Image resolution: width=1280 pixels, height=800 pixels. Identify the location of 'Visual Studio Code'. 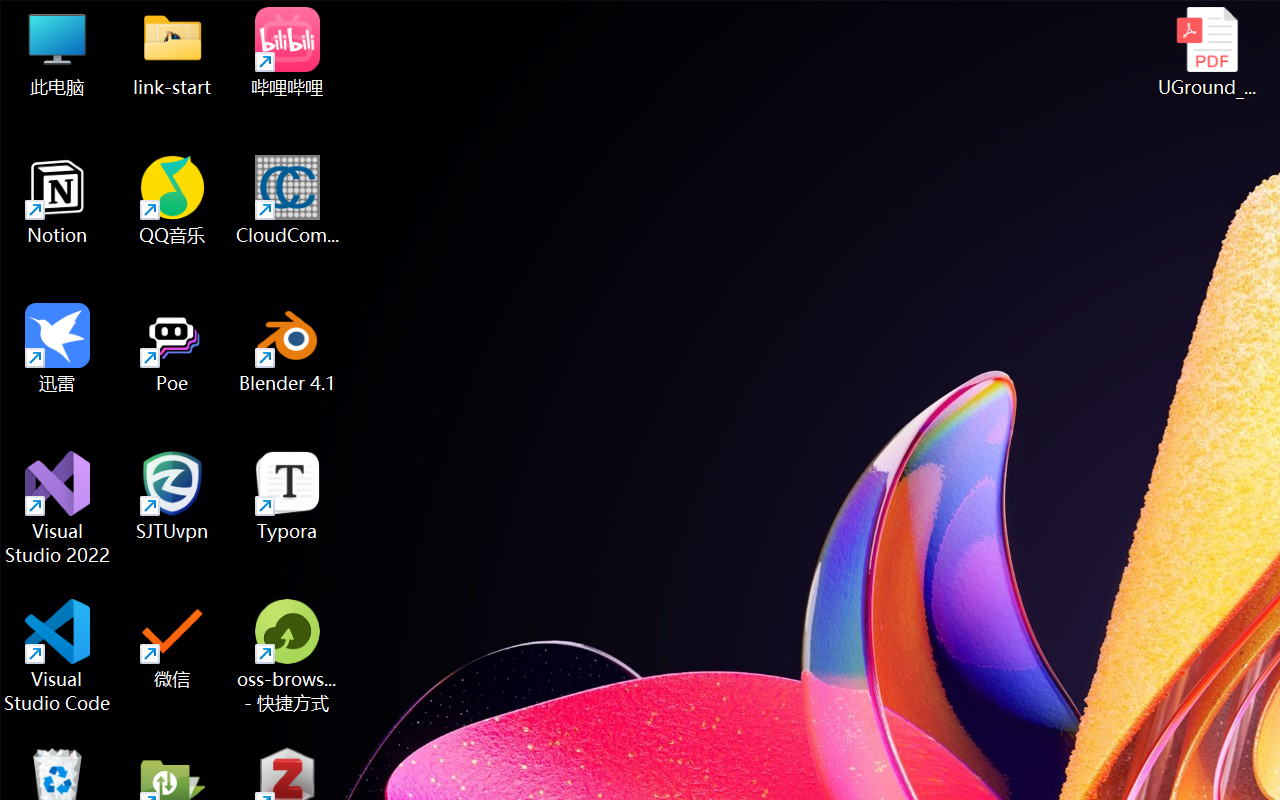
(57, 655).